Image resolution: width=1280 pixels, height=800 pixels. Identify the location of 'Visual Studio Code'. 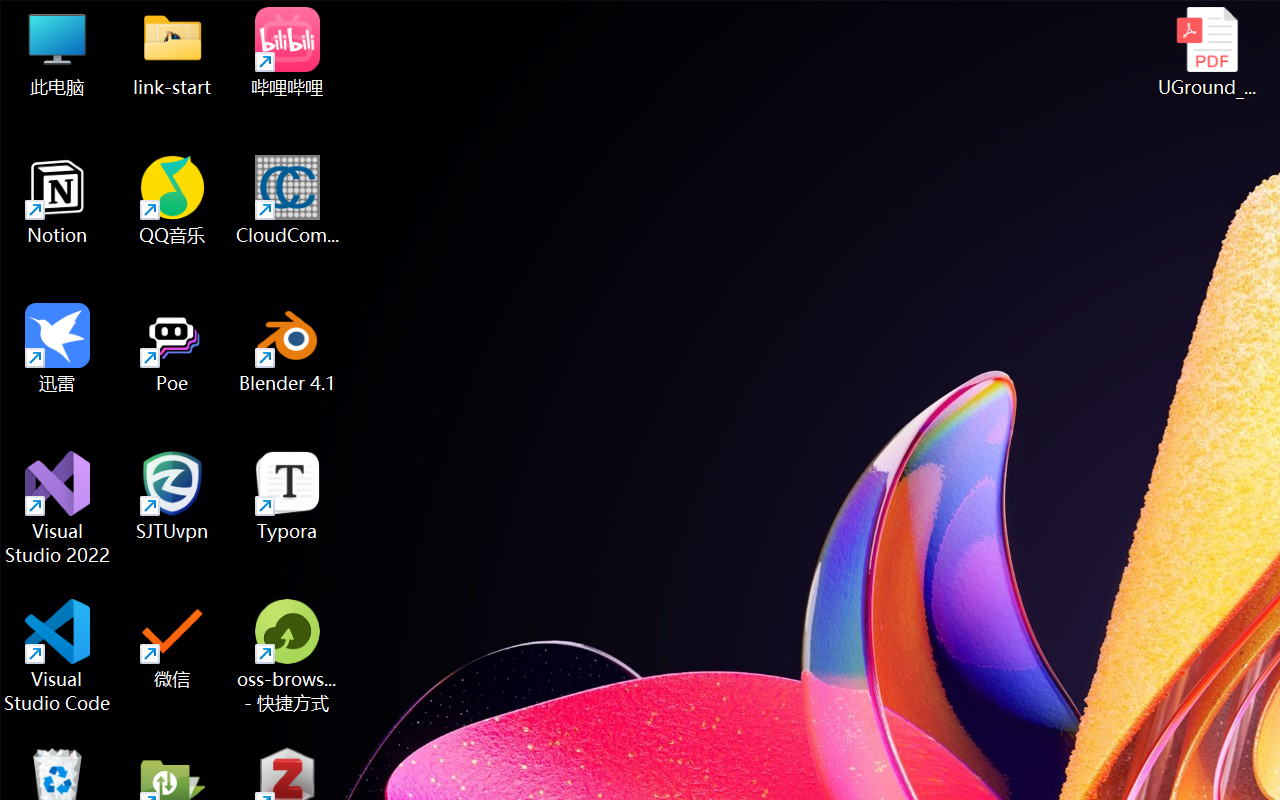
(57, 655).